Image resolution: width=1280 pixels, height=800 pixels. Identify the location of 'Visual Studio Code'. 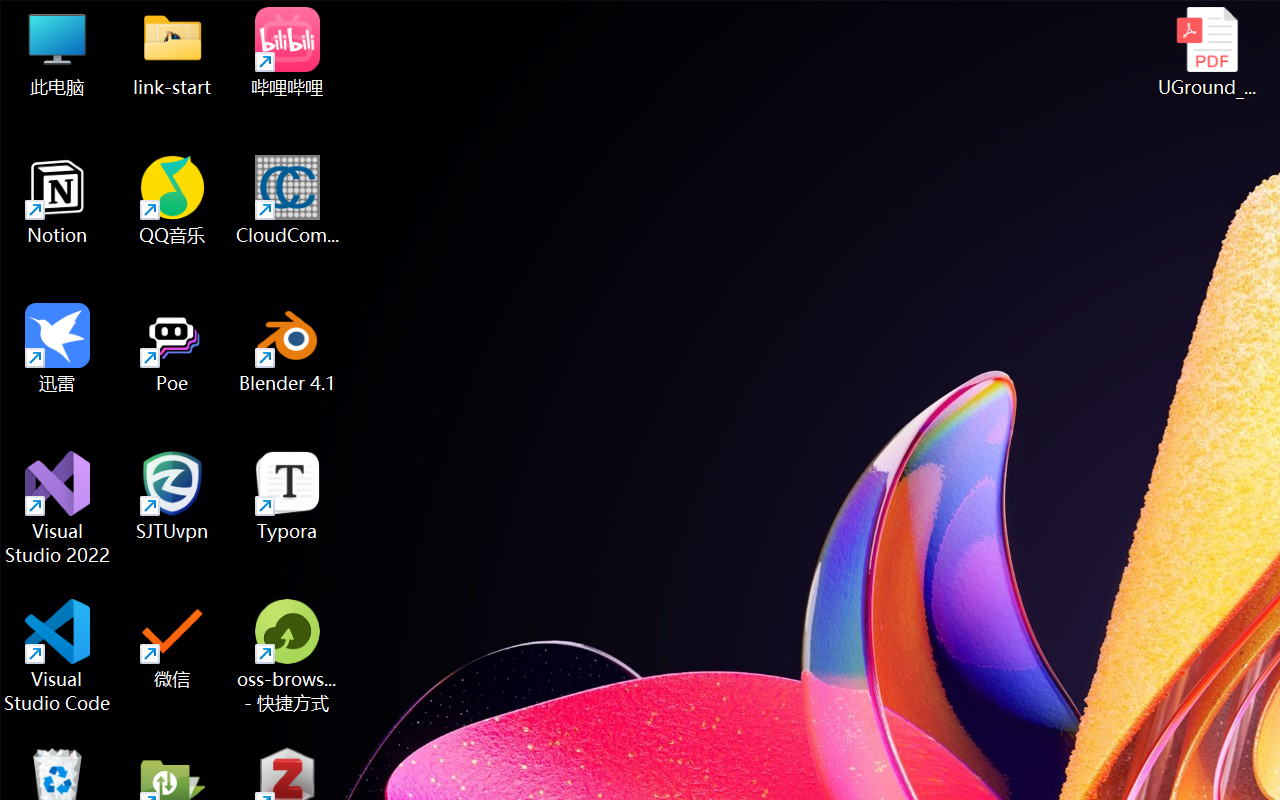
(57, 655).